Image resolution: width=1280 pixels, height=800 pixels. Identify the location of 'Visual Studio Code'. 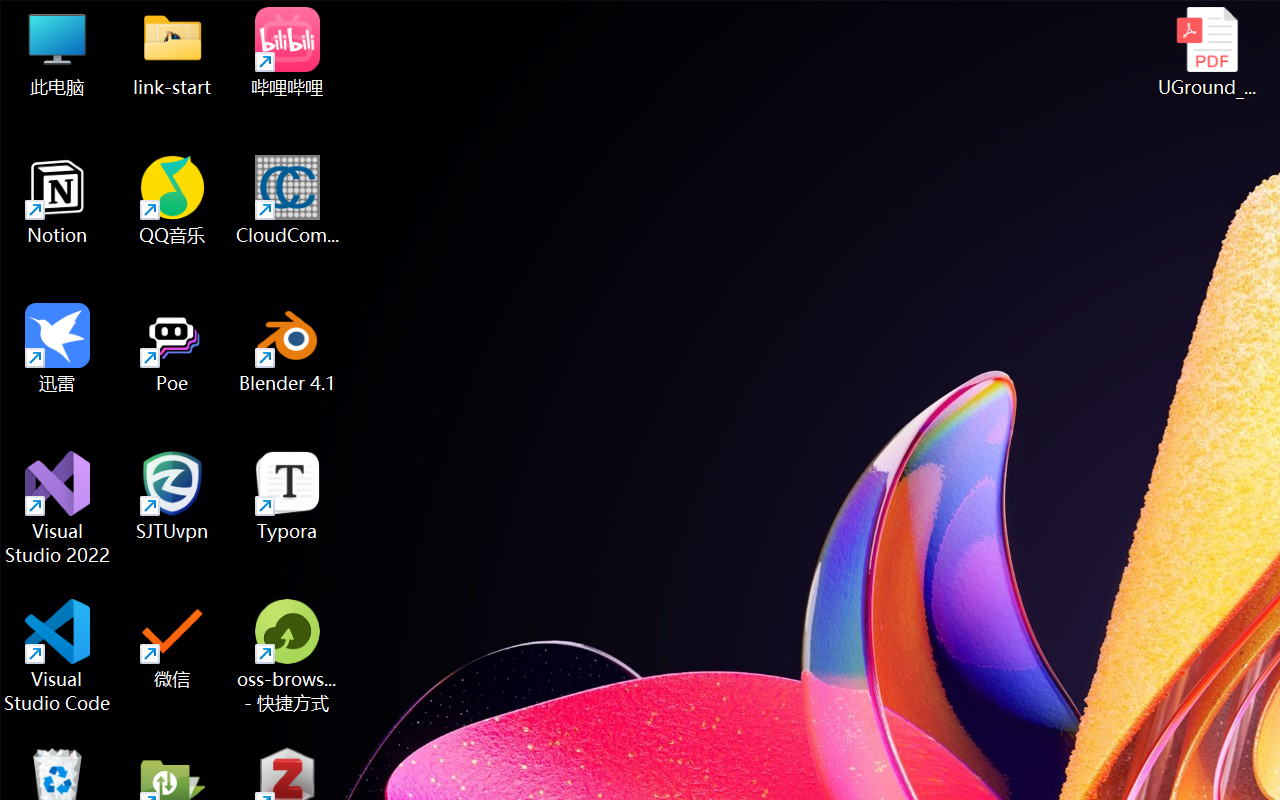
(57, 655).